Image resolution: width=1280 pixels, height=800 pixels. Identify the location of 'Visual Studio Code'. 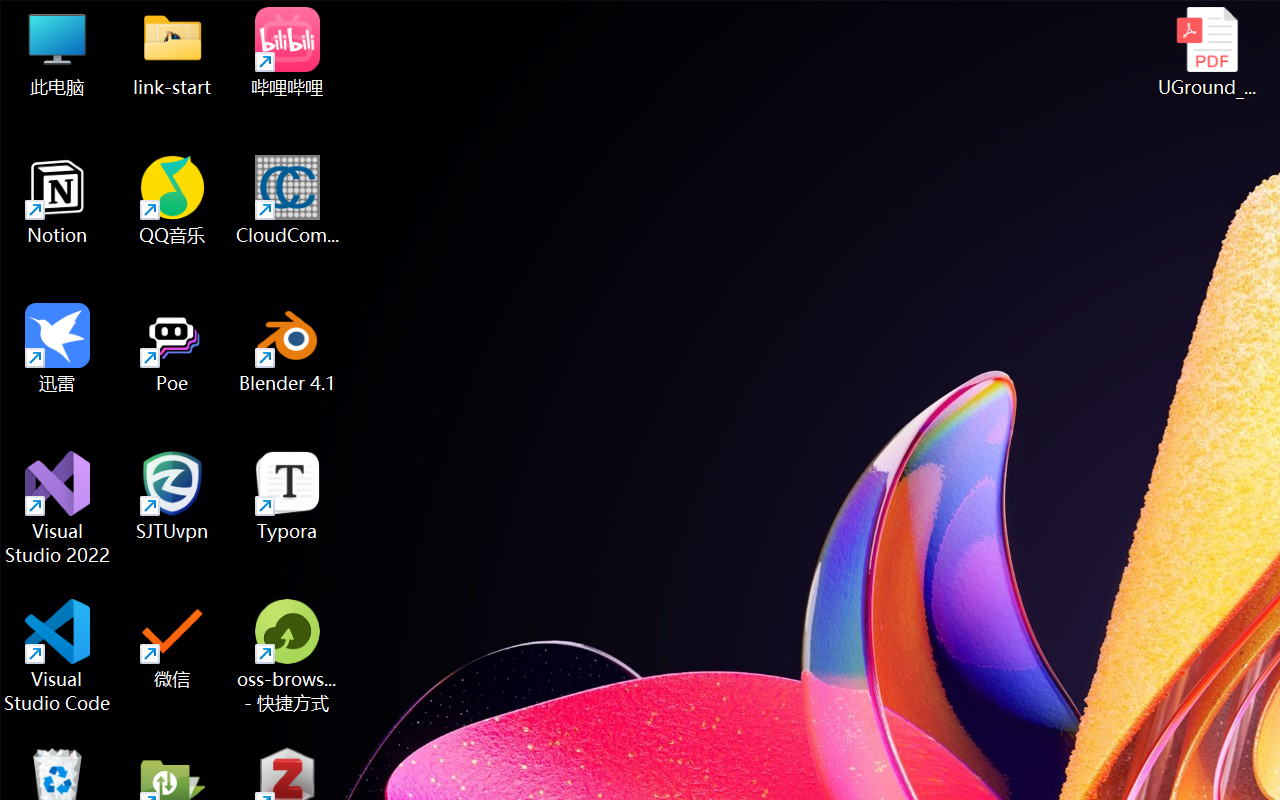
(57, 655).